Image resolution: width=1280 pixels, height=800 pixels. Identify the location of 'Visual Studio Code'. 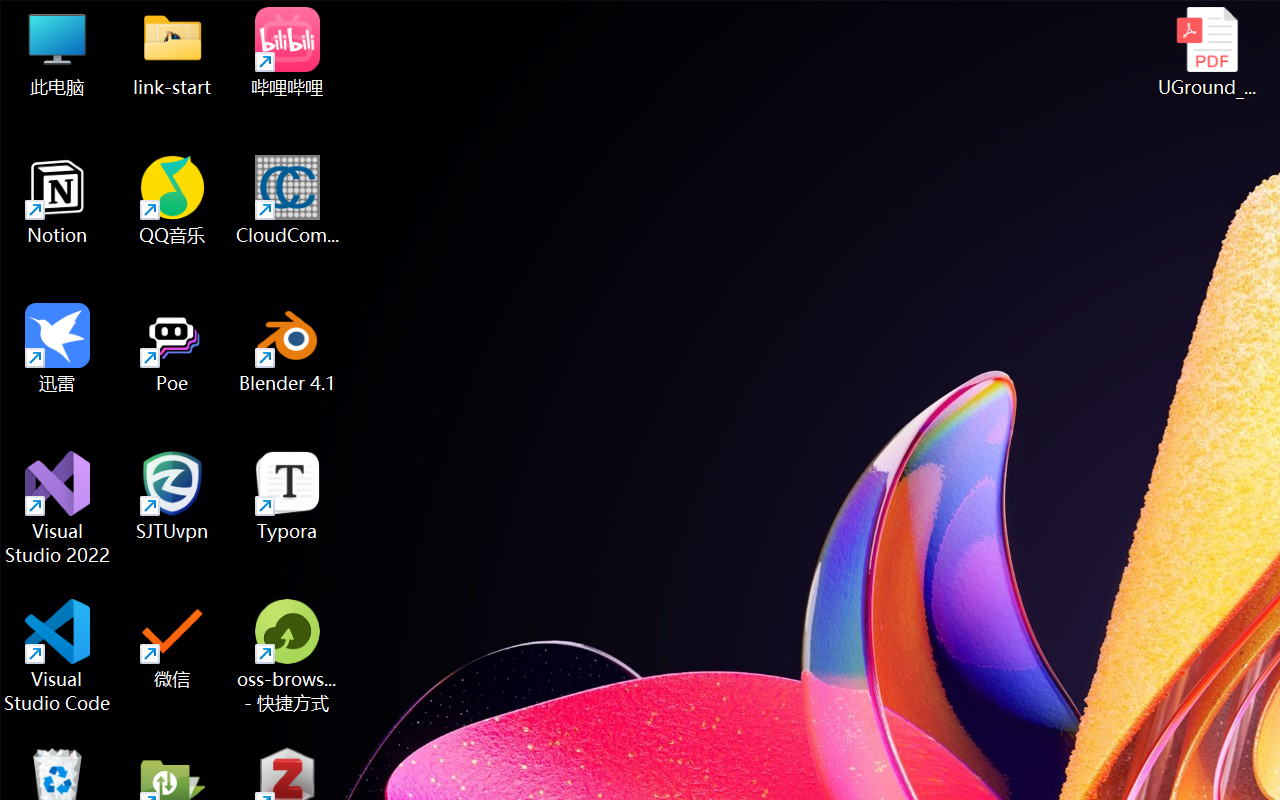
(57, 655).